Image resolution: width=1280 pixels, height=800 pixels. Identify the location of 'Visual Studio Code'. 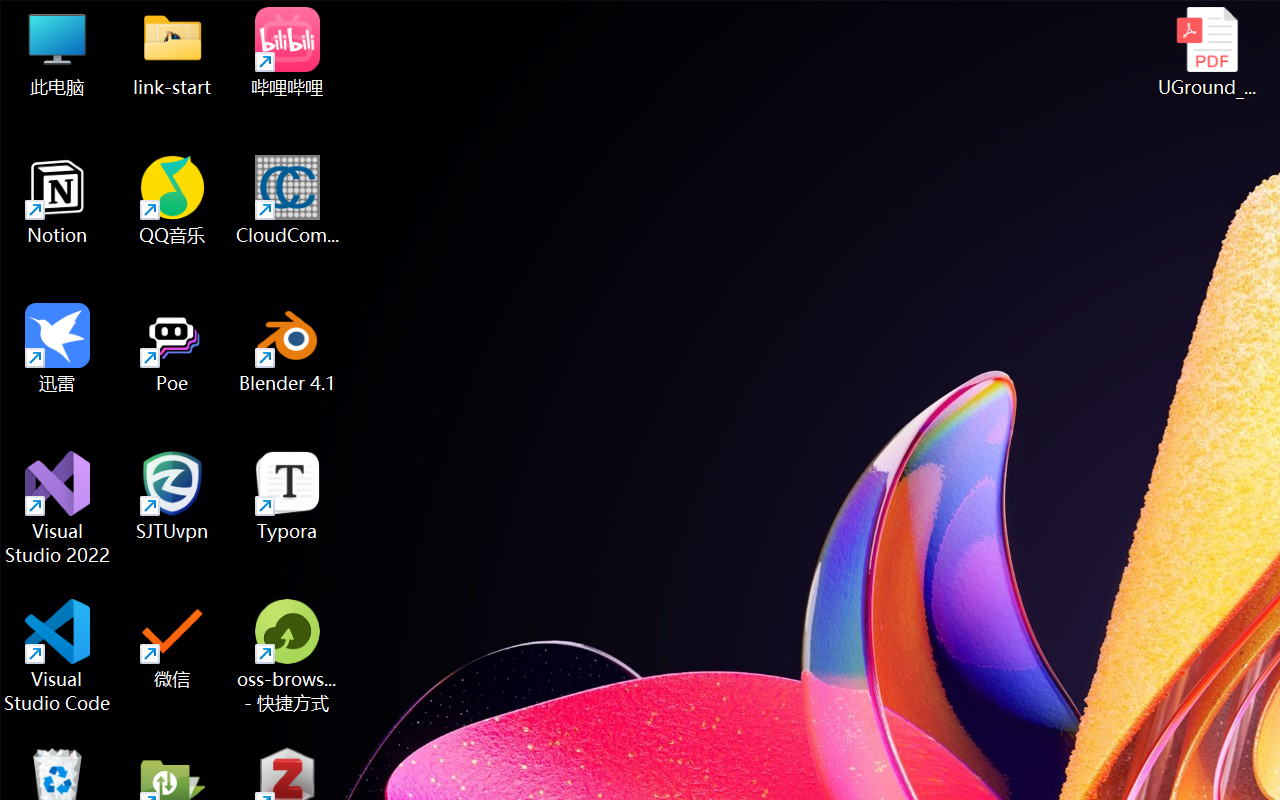
(57, 655).